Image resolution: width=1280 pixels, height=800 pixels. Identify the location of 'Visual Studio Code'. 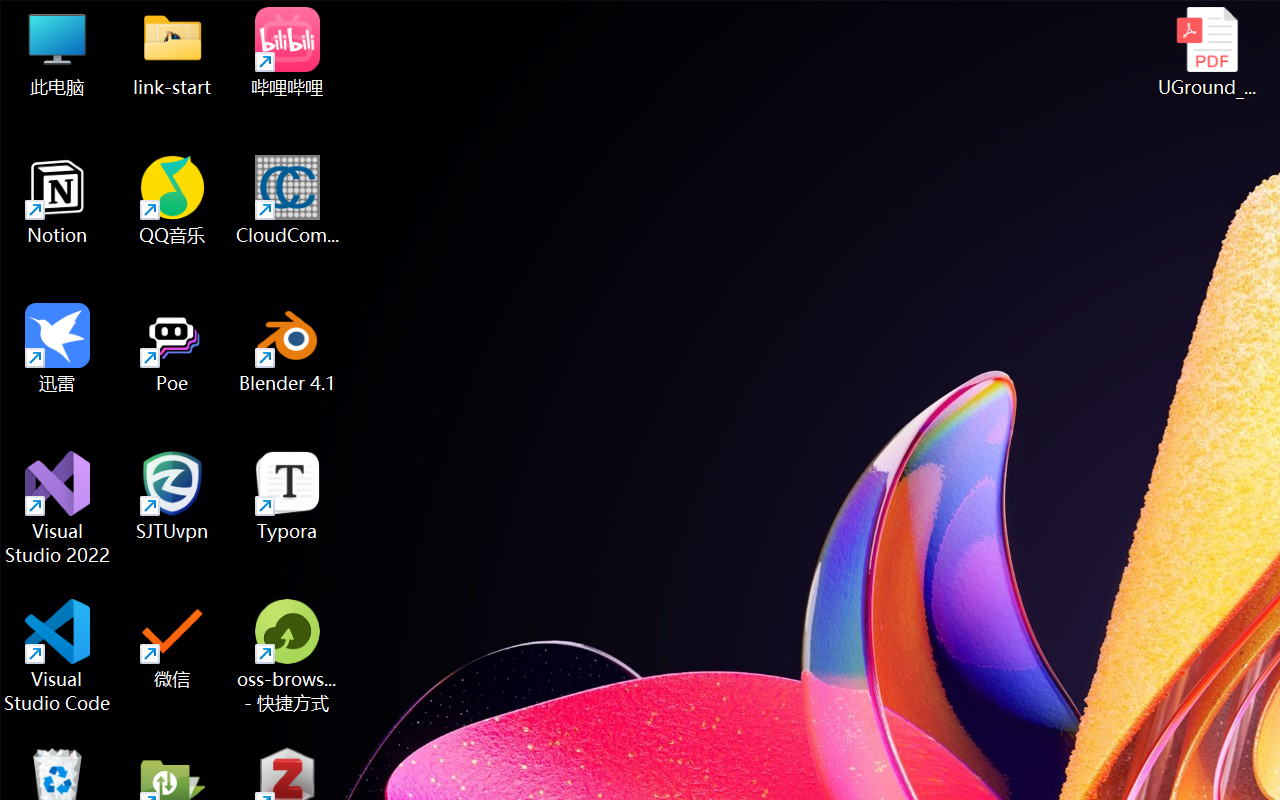
(57, 655).